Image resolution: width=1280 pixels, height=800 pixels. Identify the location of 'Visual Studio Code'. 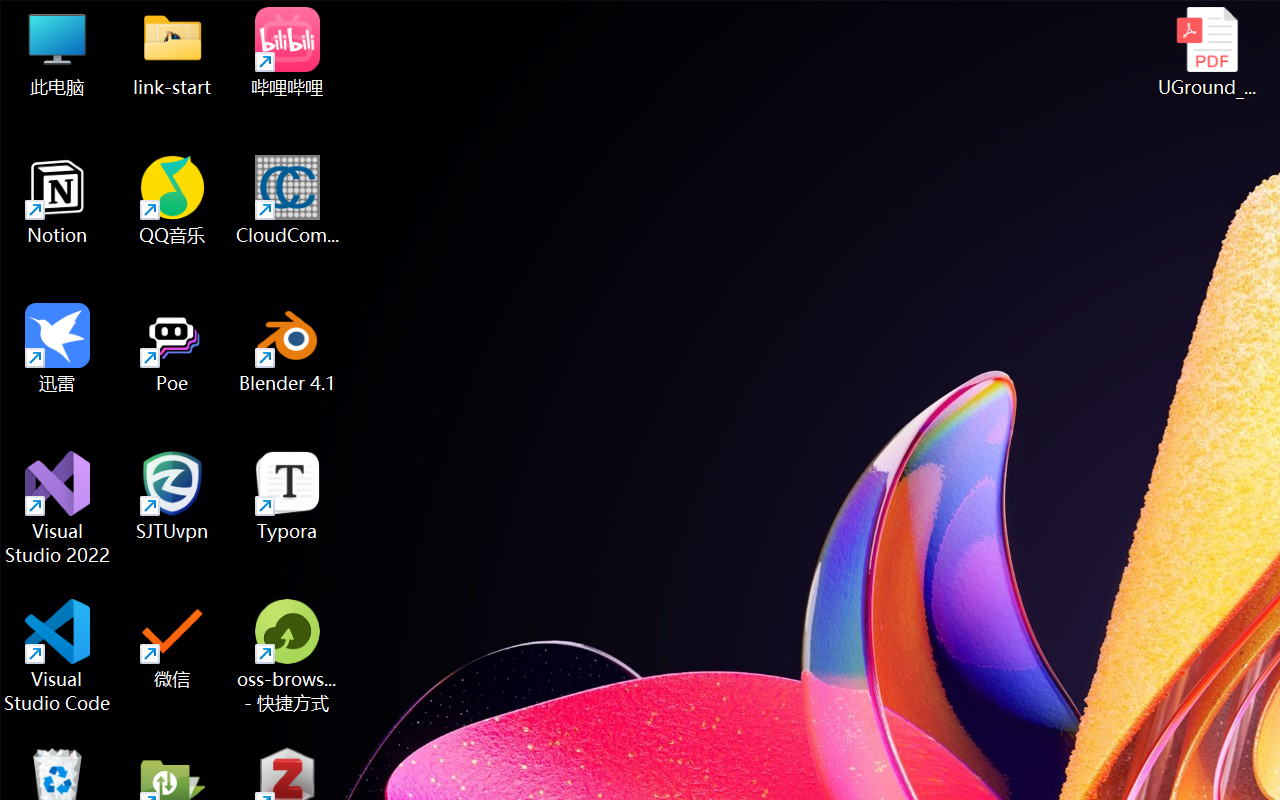
(57, 655).